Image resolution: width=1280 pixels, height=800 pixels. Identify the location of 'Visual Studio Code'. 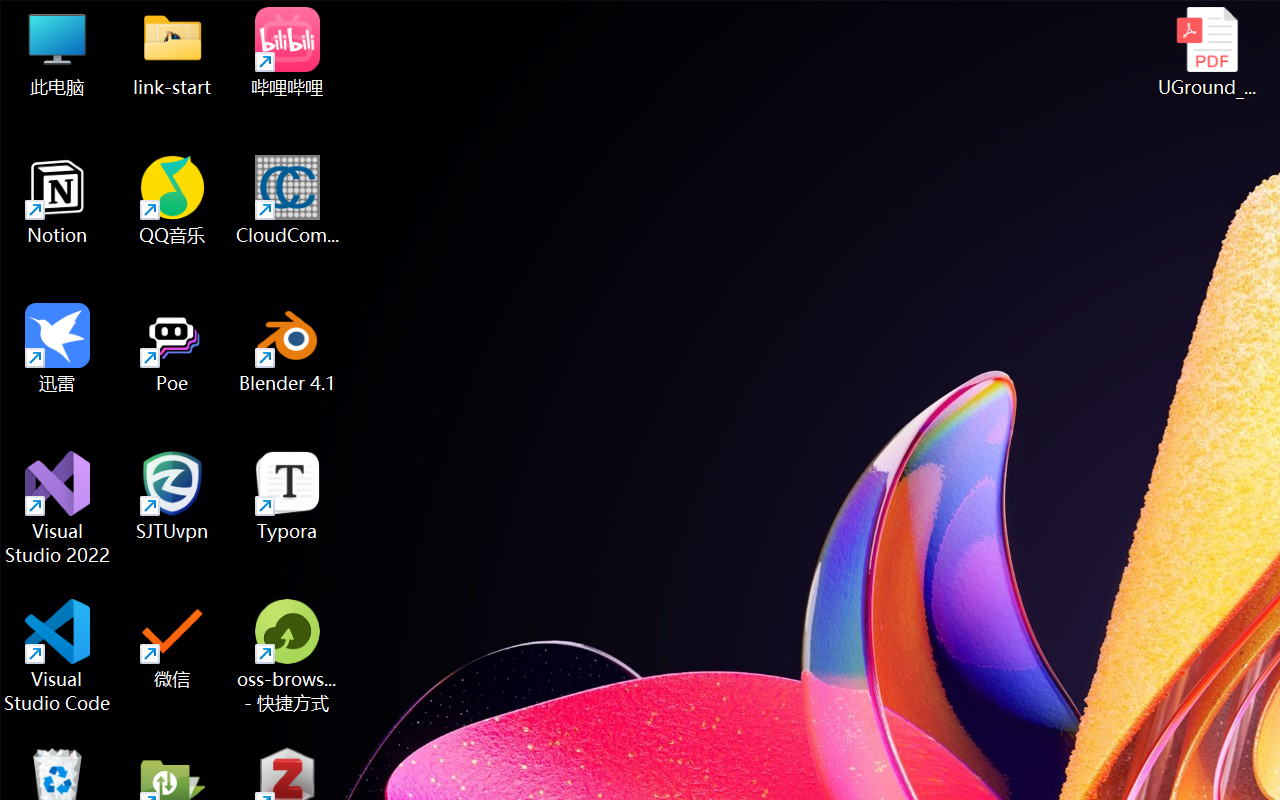
(57, 655).